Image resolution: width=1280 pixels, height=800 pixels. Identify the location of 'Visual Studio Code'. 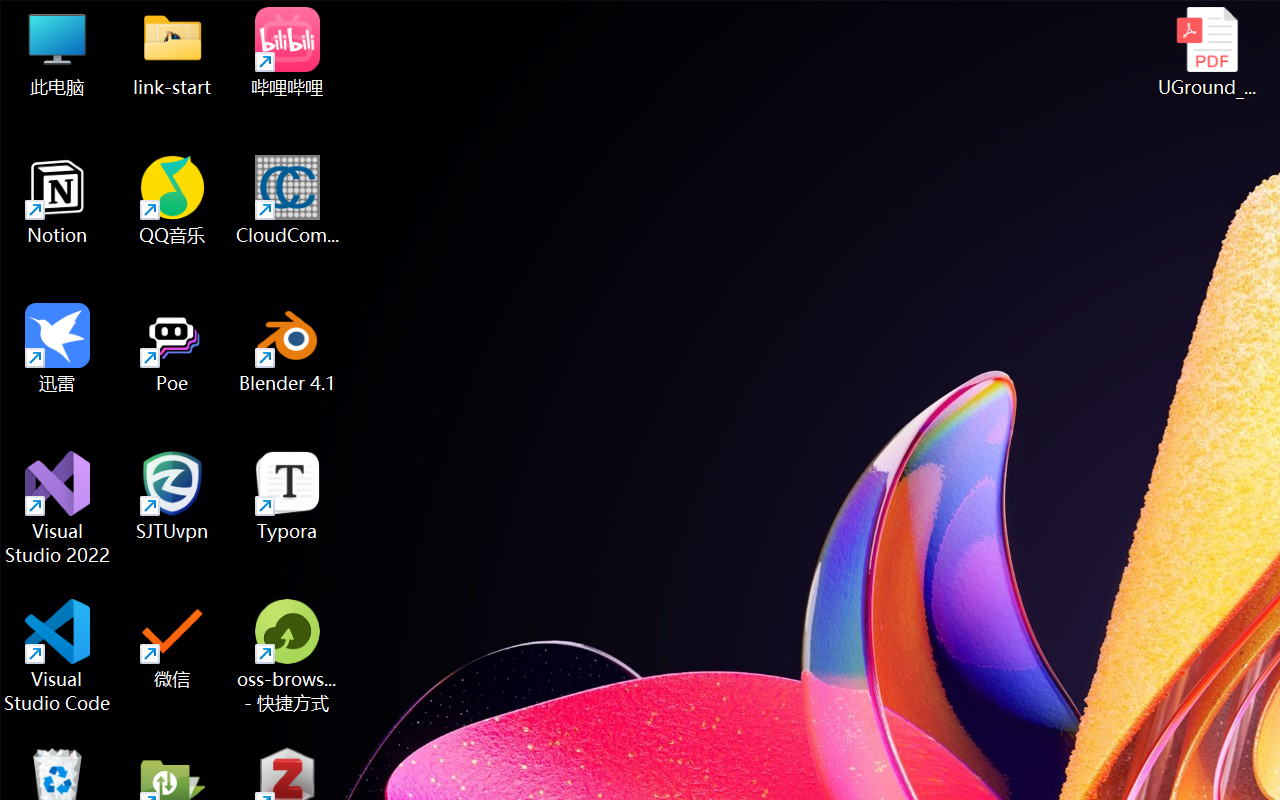
(57, 655).